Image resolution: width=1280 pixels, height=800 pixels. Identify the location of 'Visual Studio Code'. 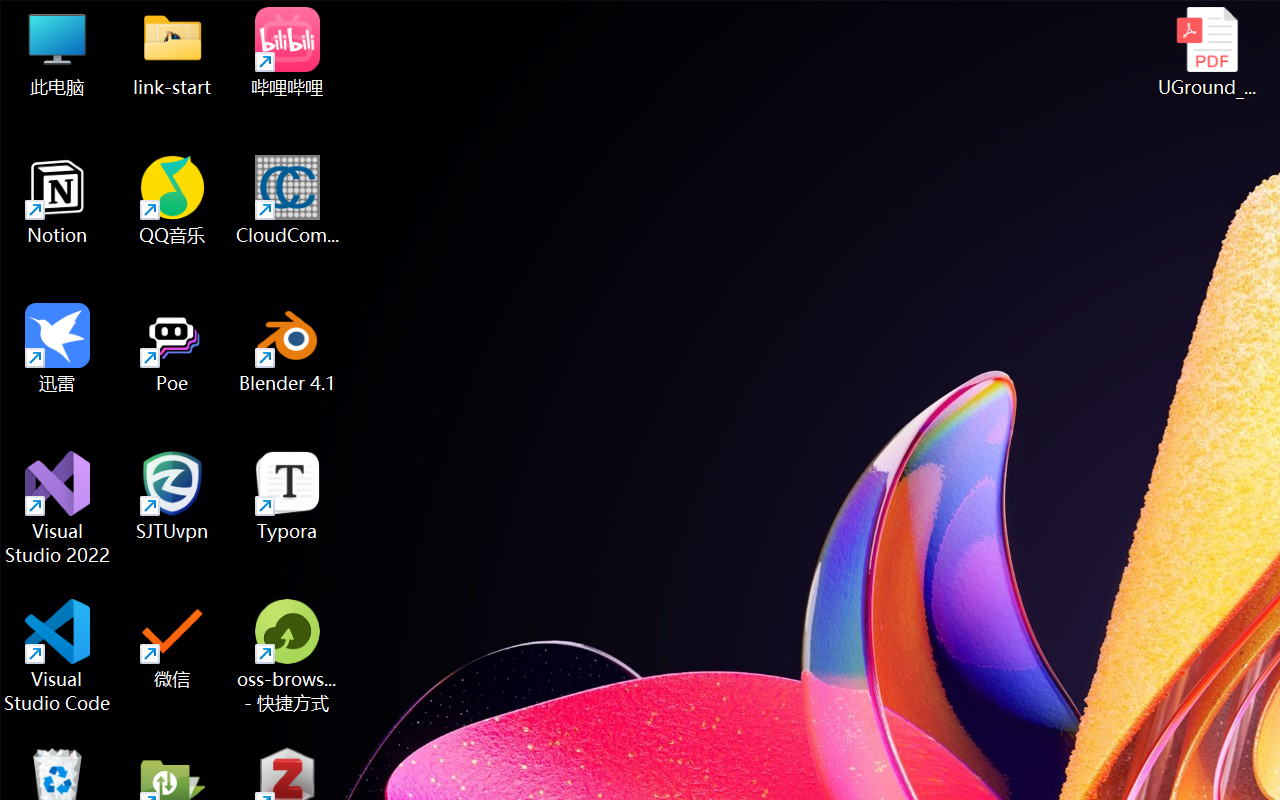
(57, 655).